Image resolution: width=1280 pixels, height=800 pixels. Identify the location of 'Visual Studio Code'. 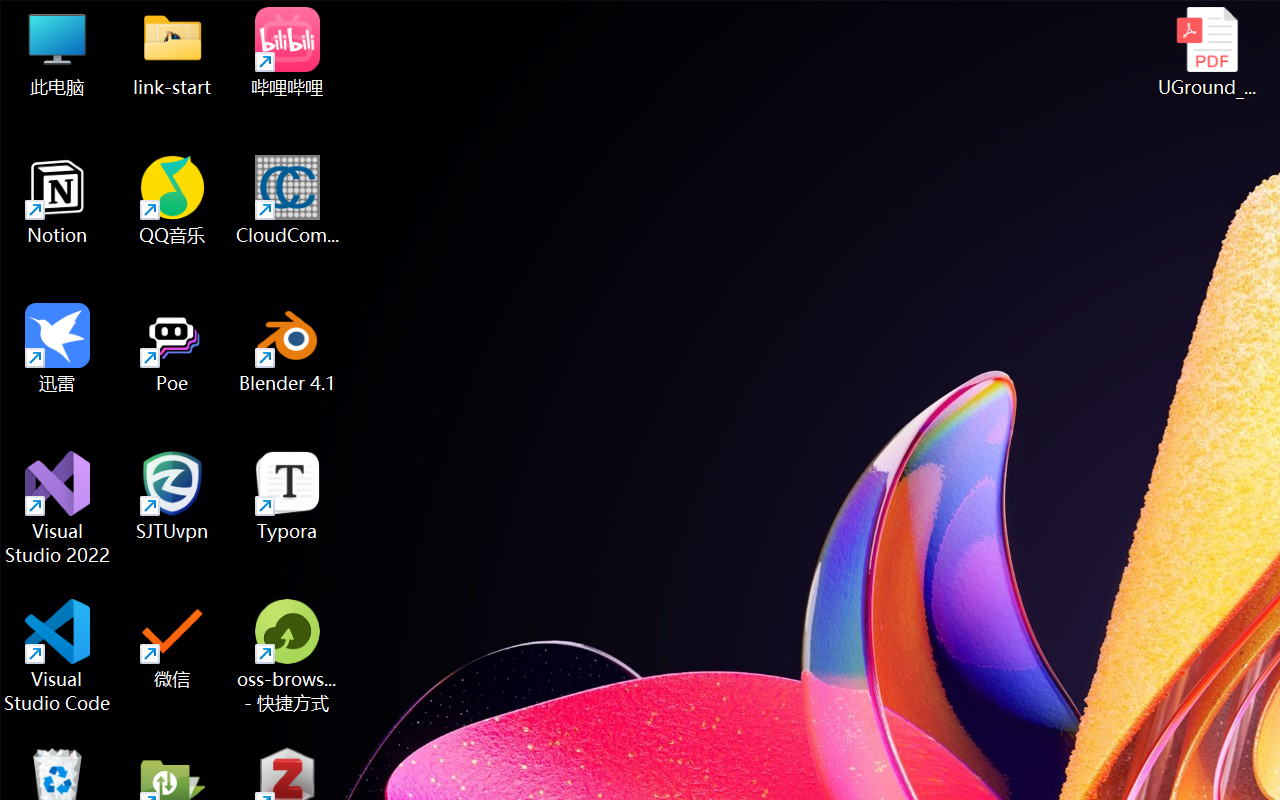
(57, 655).